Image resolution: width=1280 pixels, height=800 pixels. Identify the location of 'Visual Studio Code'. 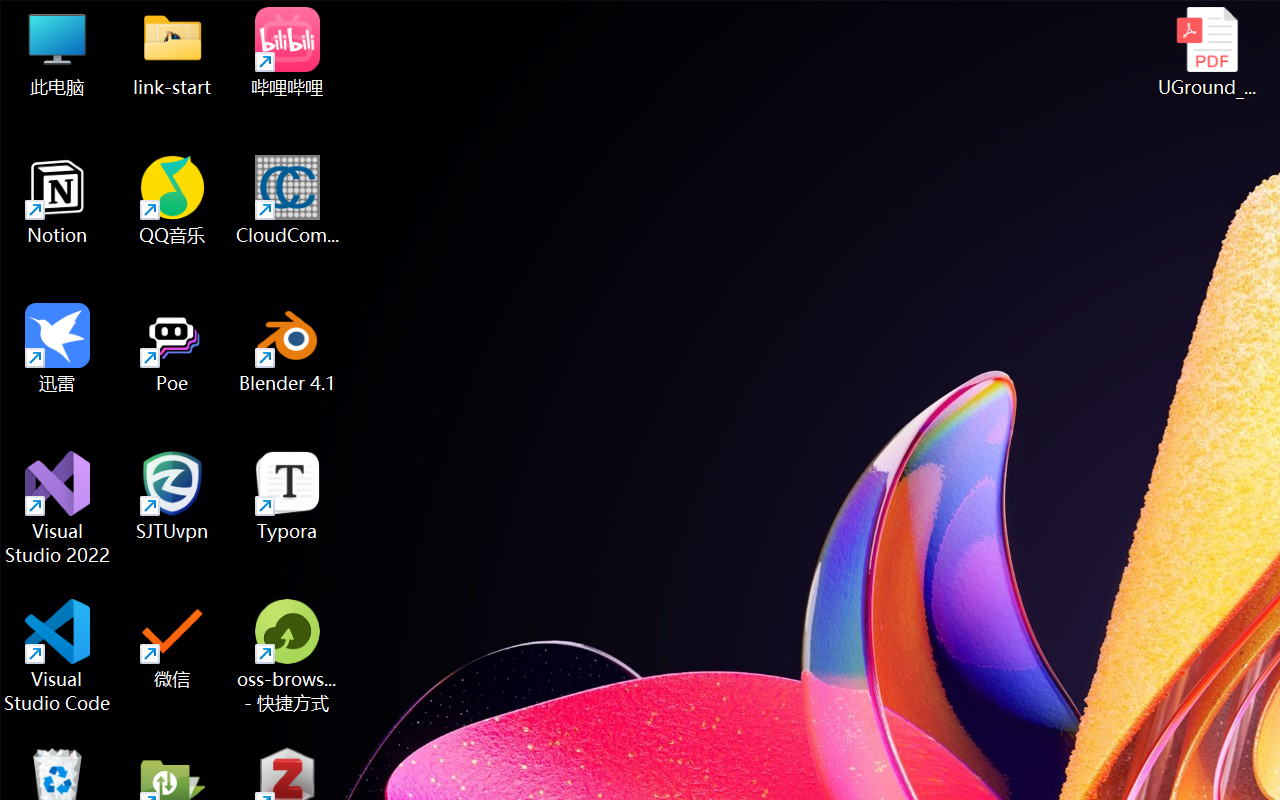
(57, 655).